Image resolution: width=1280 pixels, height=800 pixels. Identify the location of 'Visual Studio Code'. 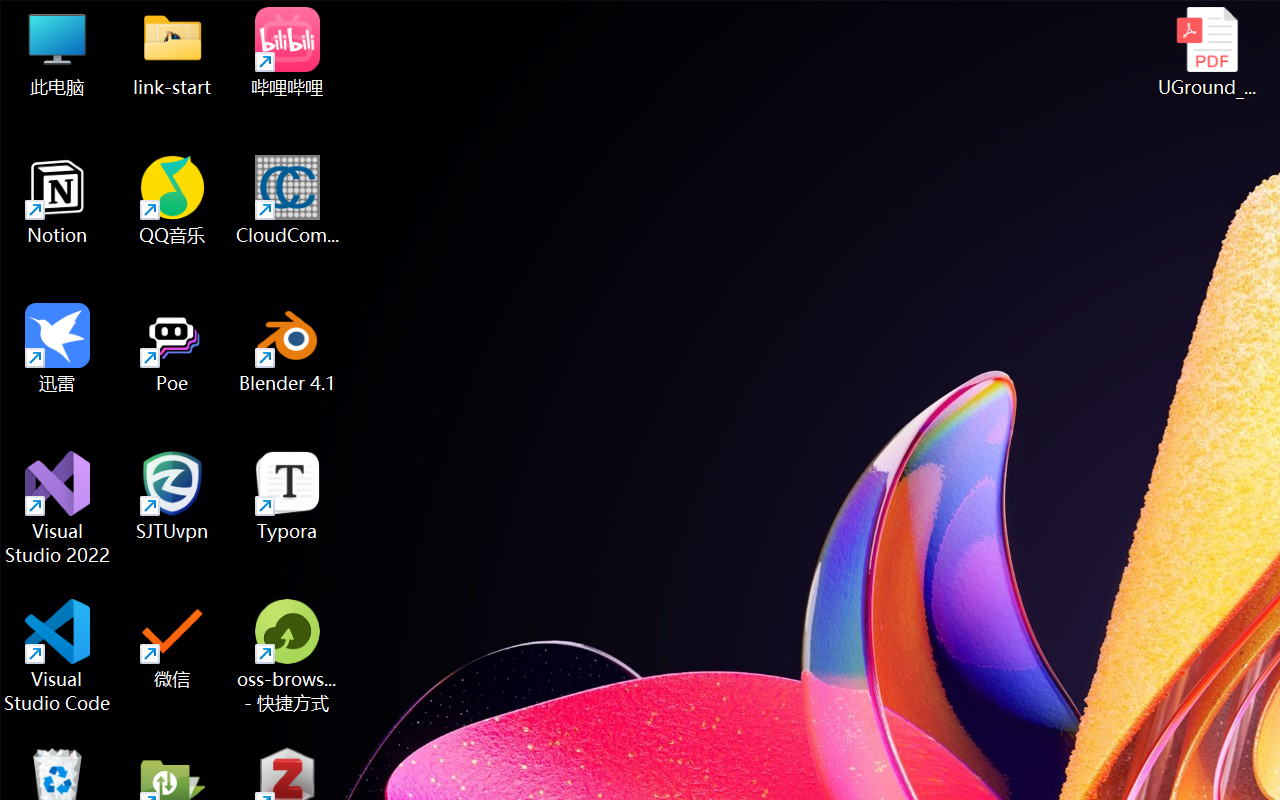
(57, 655).